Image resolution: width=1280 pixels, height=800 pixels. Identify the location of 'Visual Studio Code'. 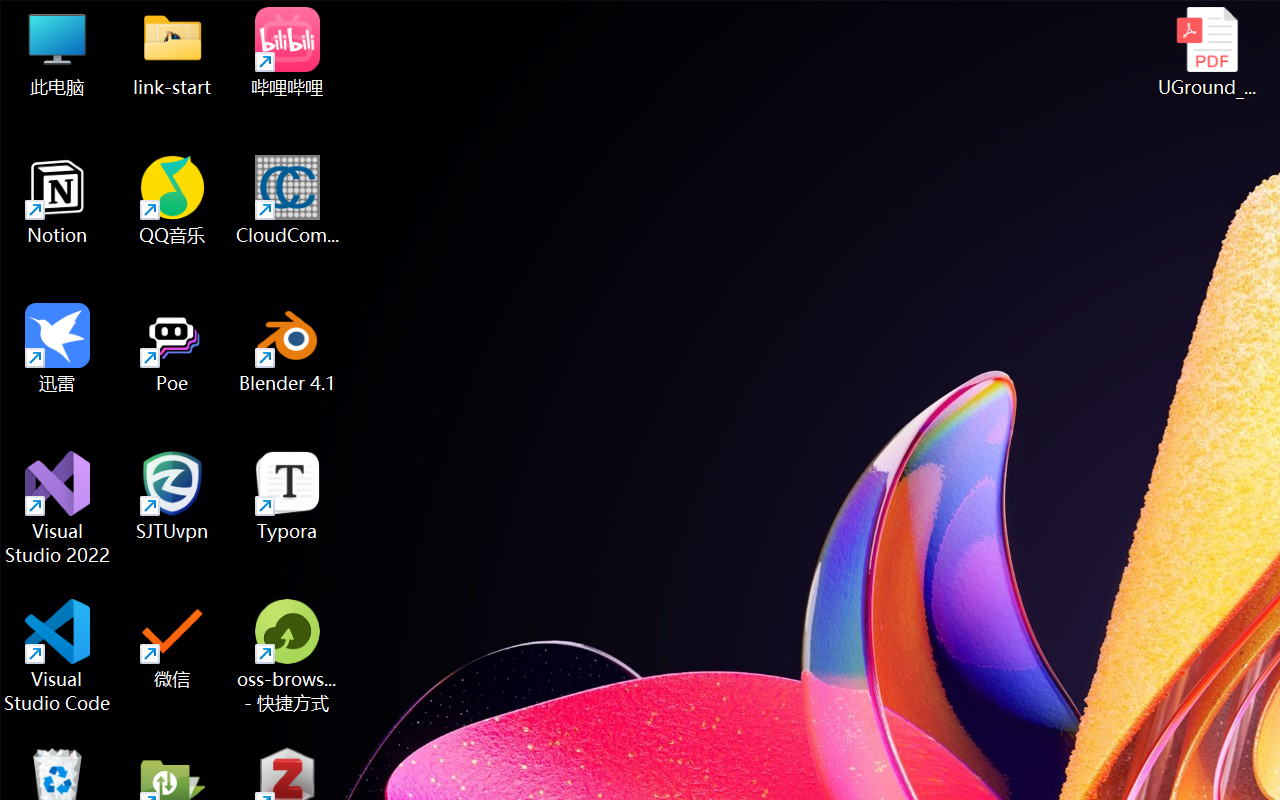
(57, 655).